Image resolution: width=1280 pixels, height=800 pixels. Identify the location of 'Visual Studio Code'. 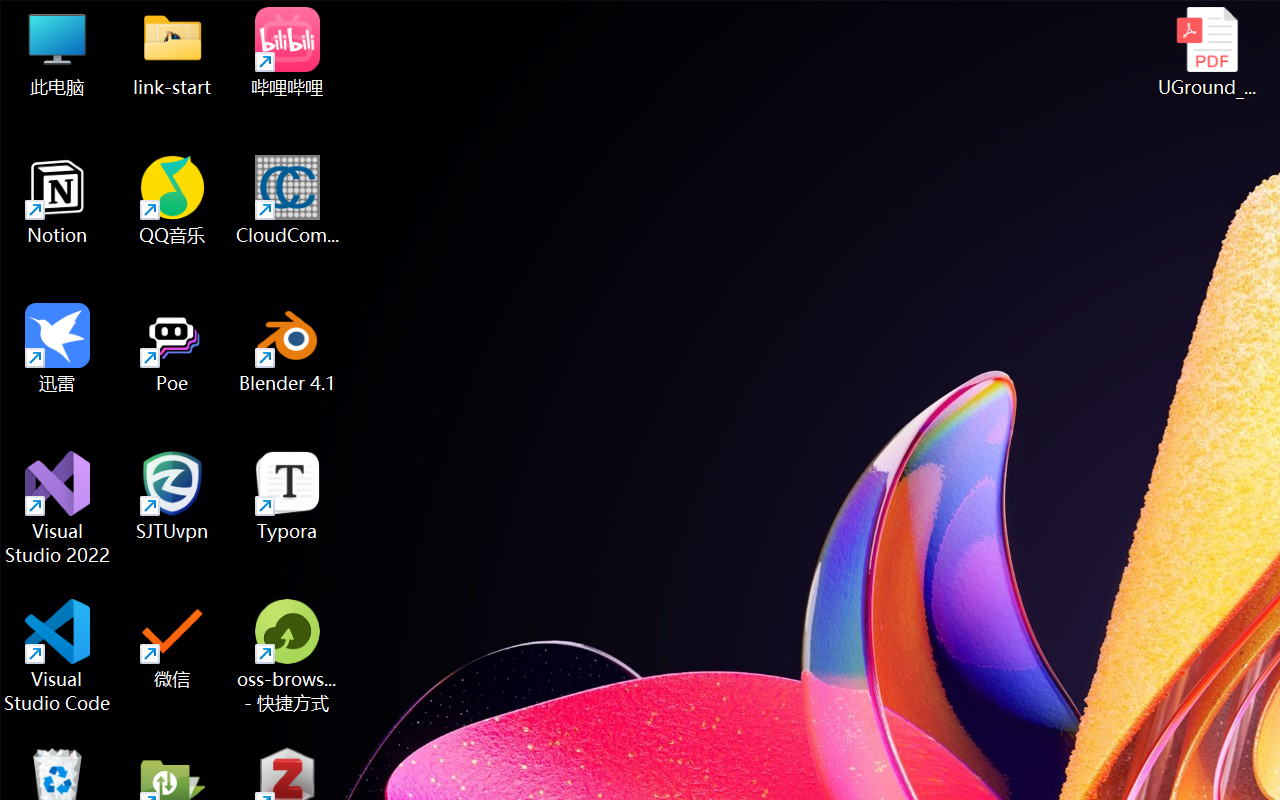
(57, 655).